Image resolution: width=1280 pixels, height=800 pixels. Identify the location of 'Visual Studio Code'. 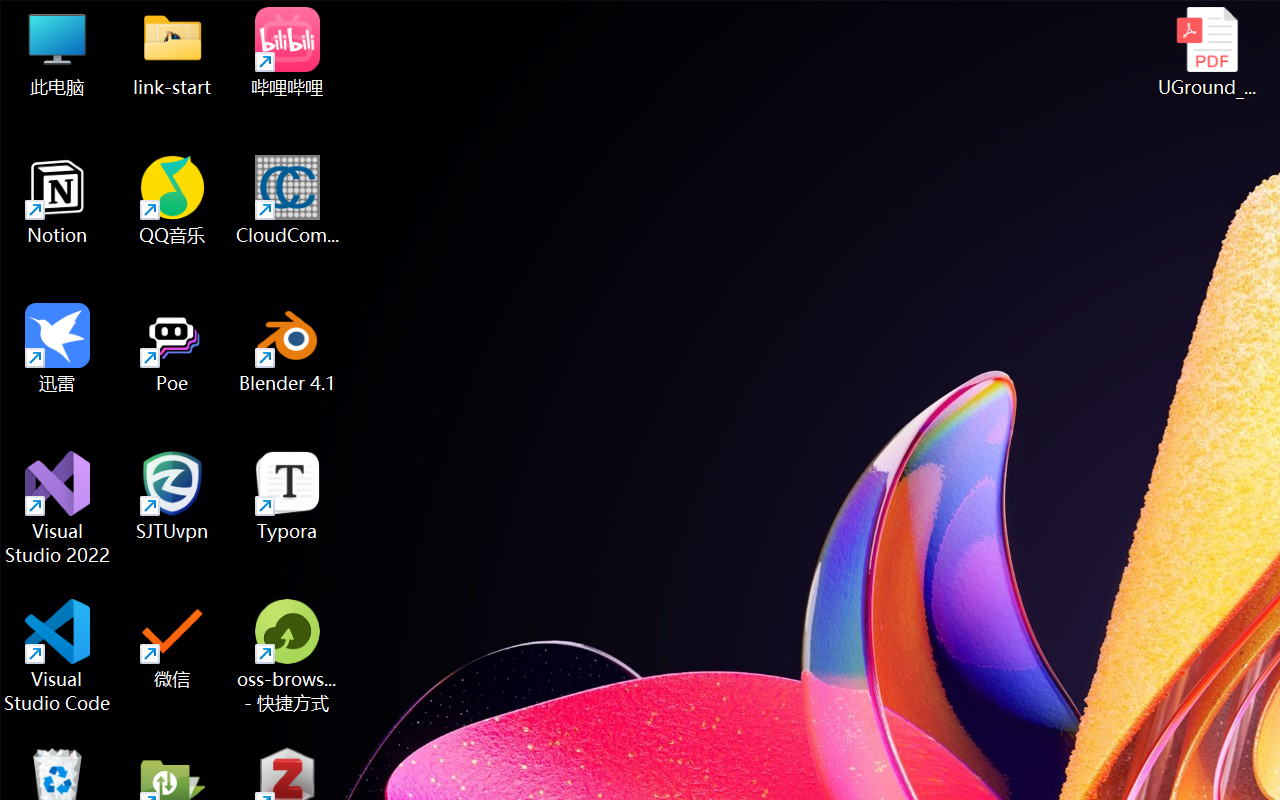
(57, 655).